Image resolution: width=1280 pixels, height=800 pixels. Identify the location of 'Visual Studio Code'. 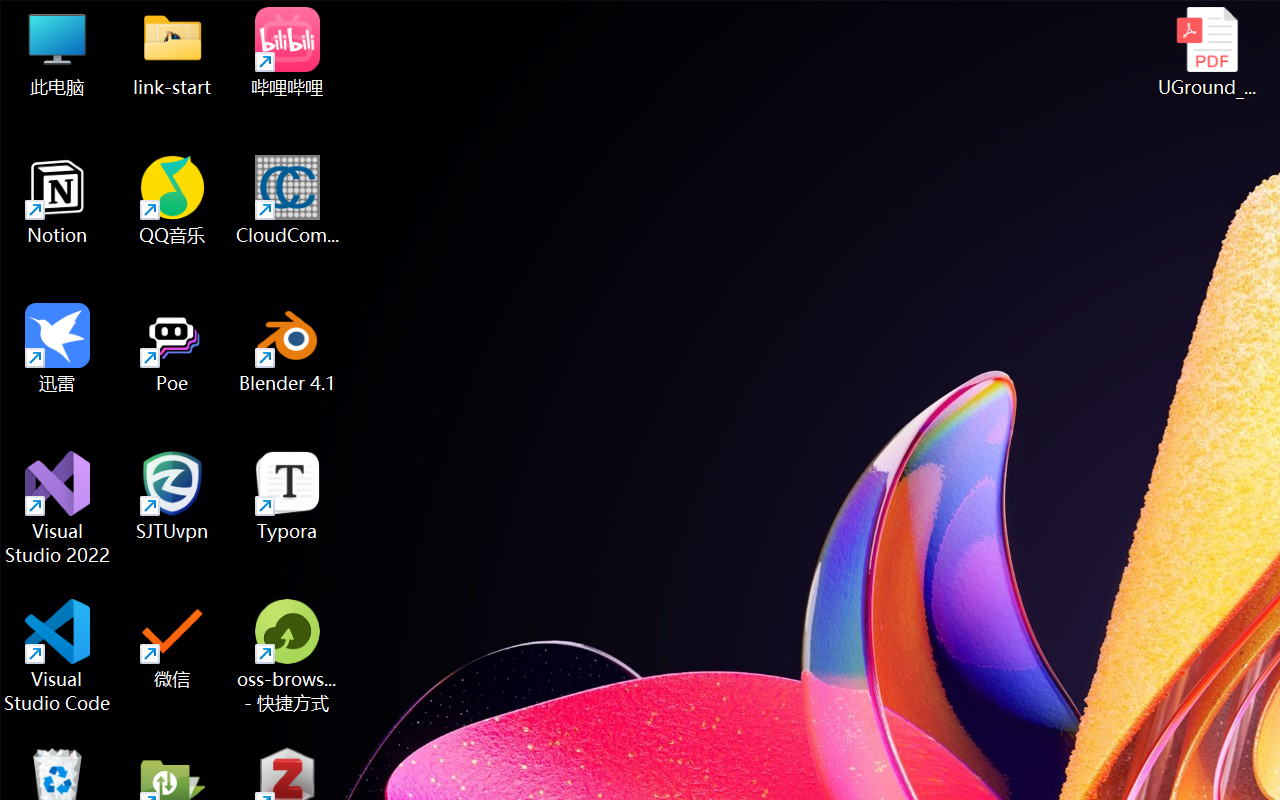
(57, 655).